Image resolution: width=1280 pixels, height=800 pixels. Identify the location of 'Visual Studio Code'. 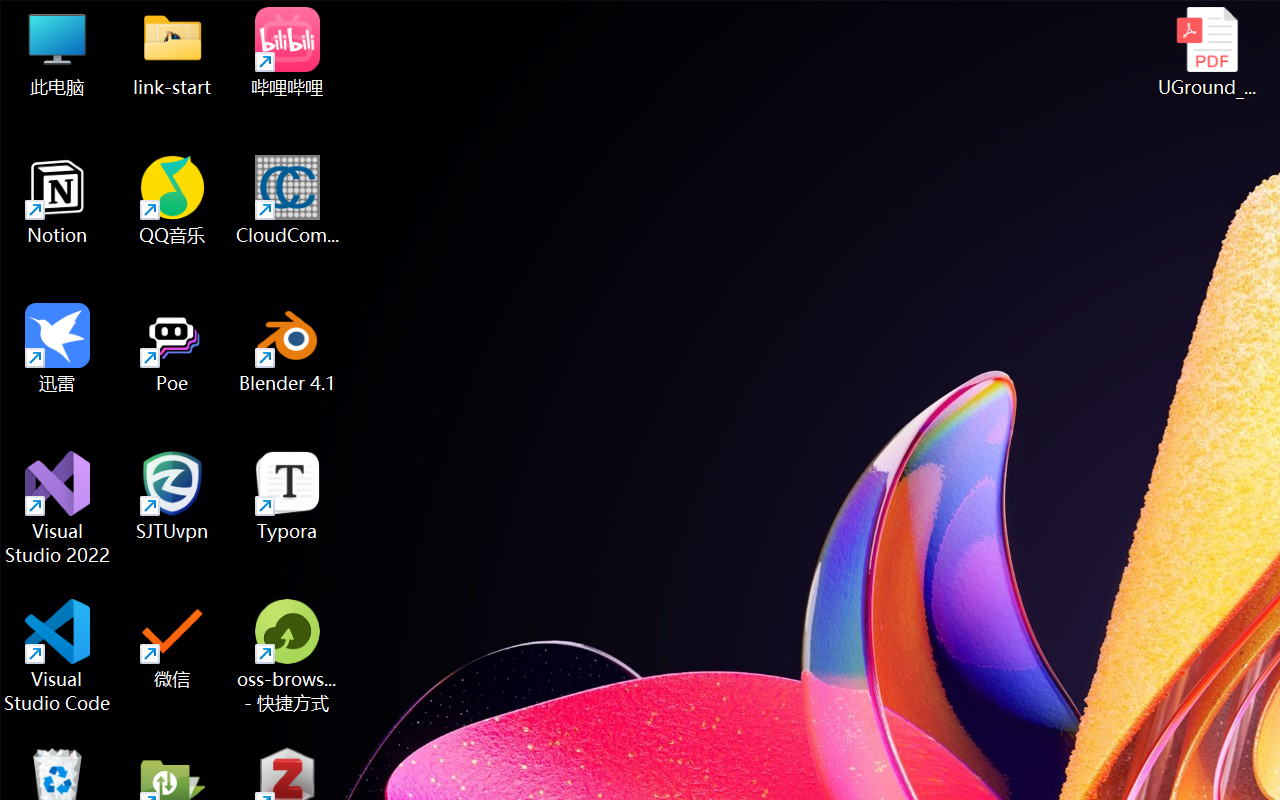
(57, 655).